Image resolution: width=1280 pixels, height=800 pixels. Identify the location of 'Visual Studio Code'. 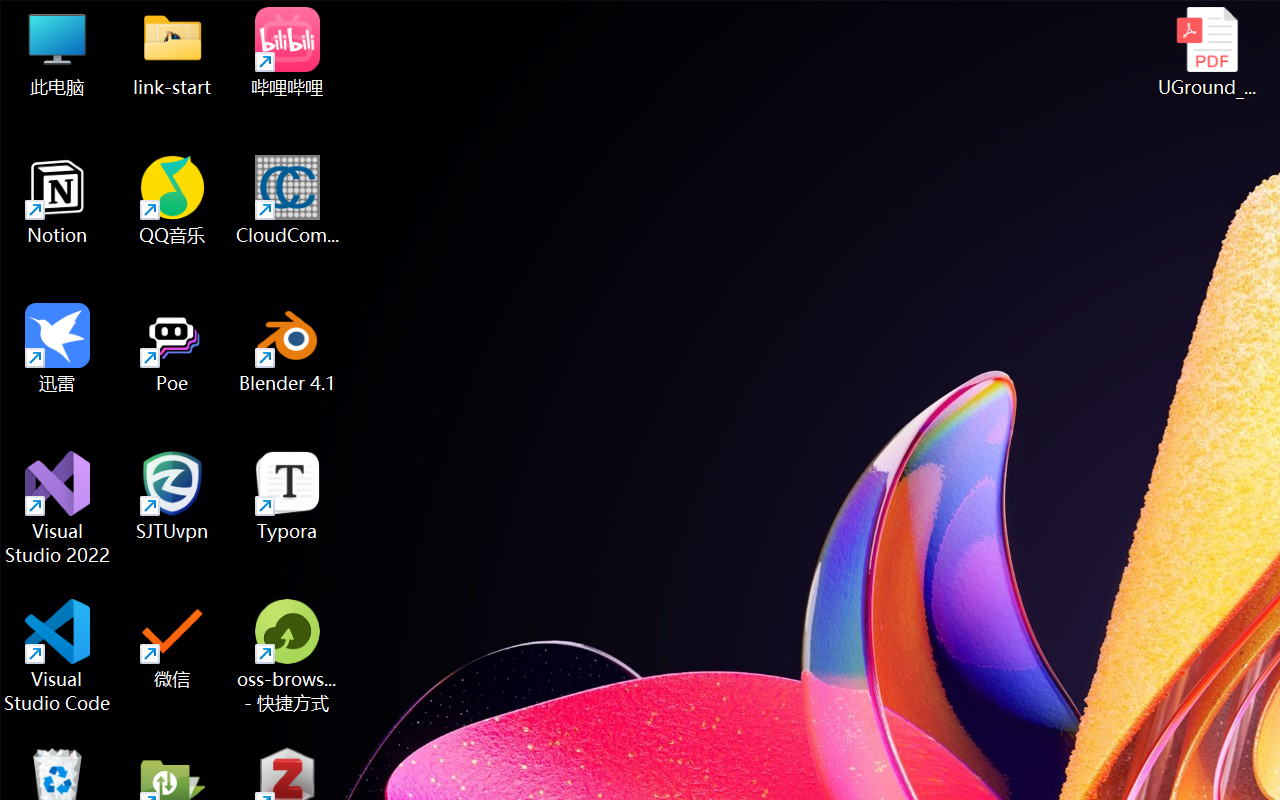
(57, 655).